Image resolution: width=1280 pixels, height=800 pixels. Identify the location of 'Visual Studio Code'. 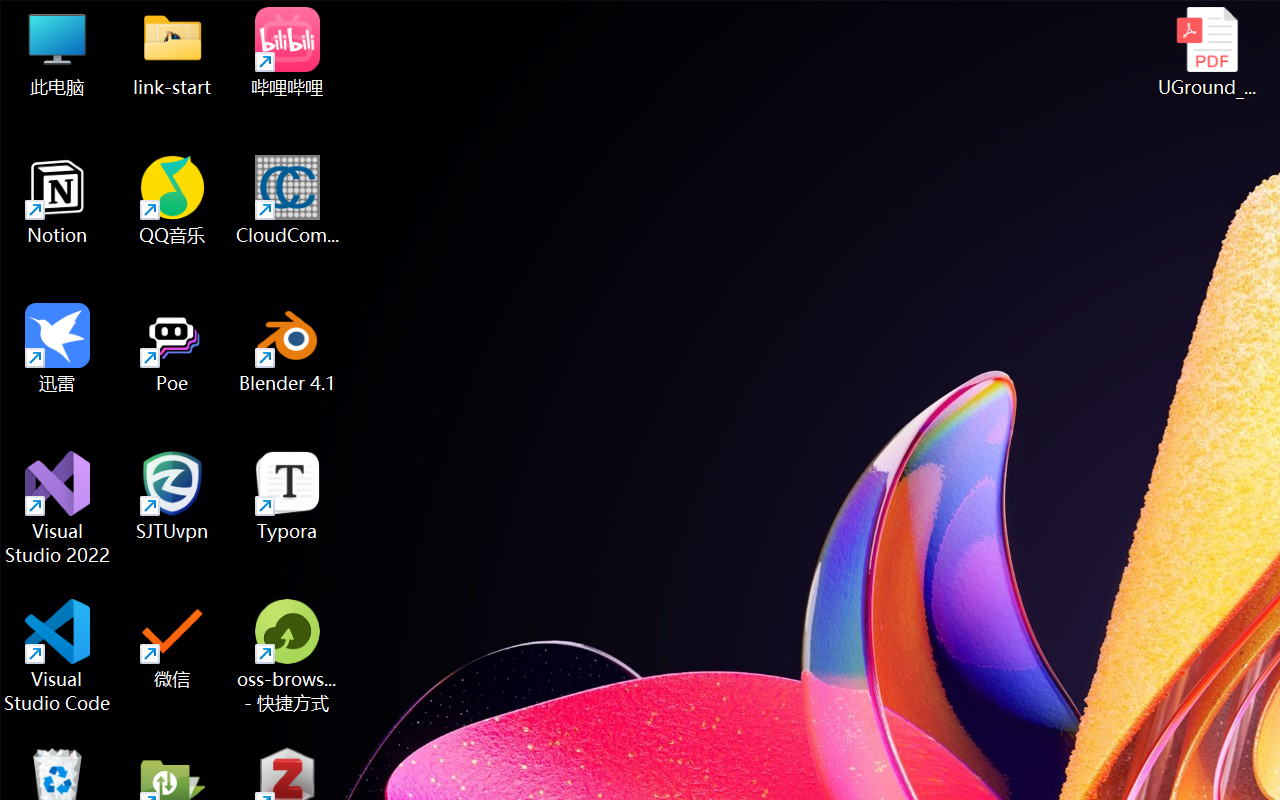
(57, 655).